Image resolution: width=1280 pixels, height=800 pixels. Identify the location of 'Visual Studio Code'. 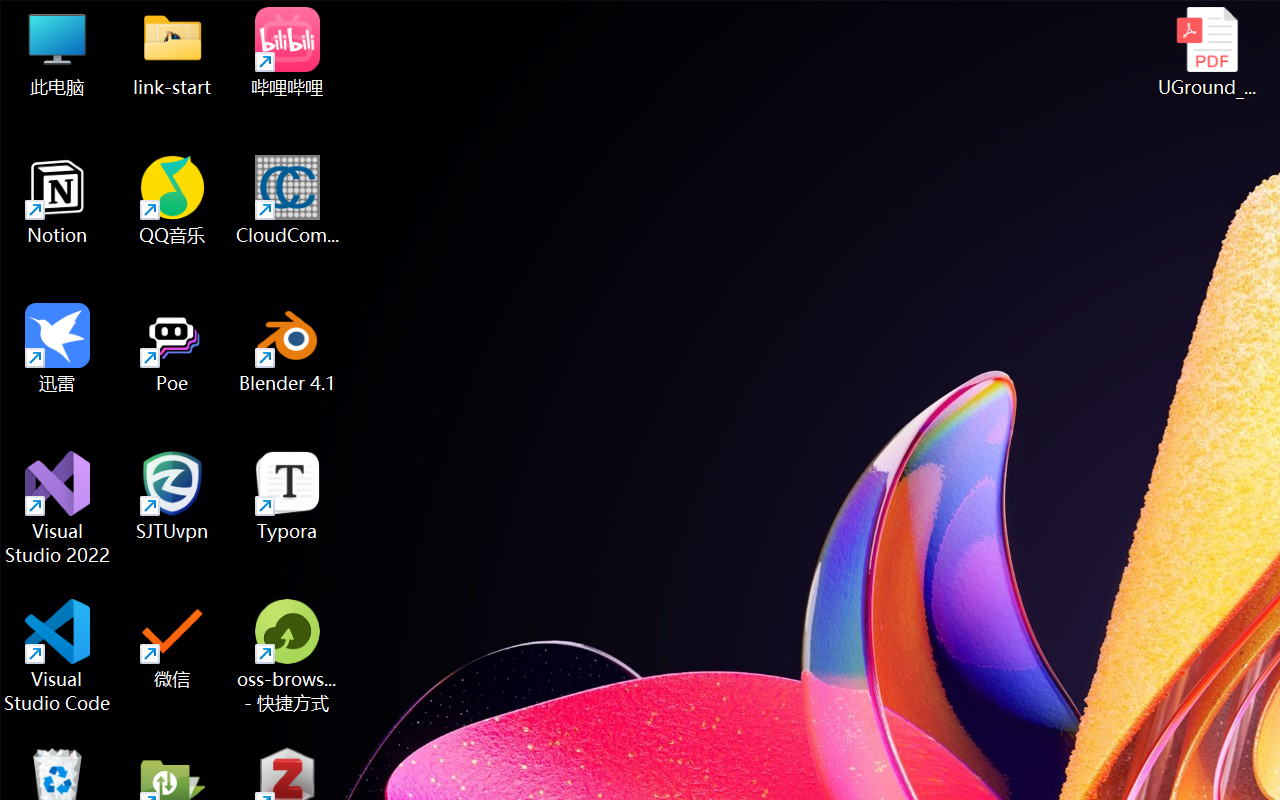
(57, 655).